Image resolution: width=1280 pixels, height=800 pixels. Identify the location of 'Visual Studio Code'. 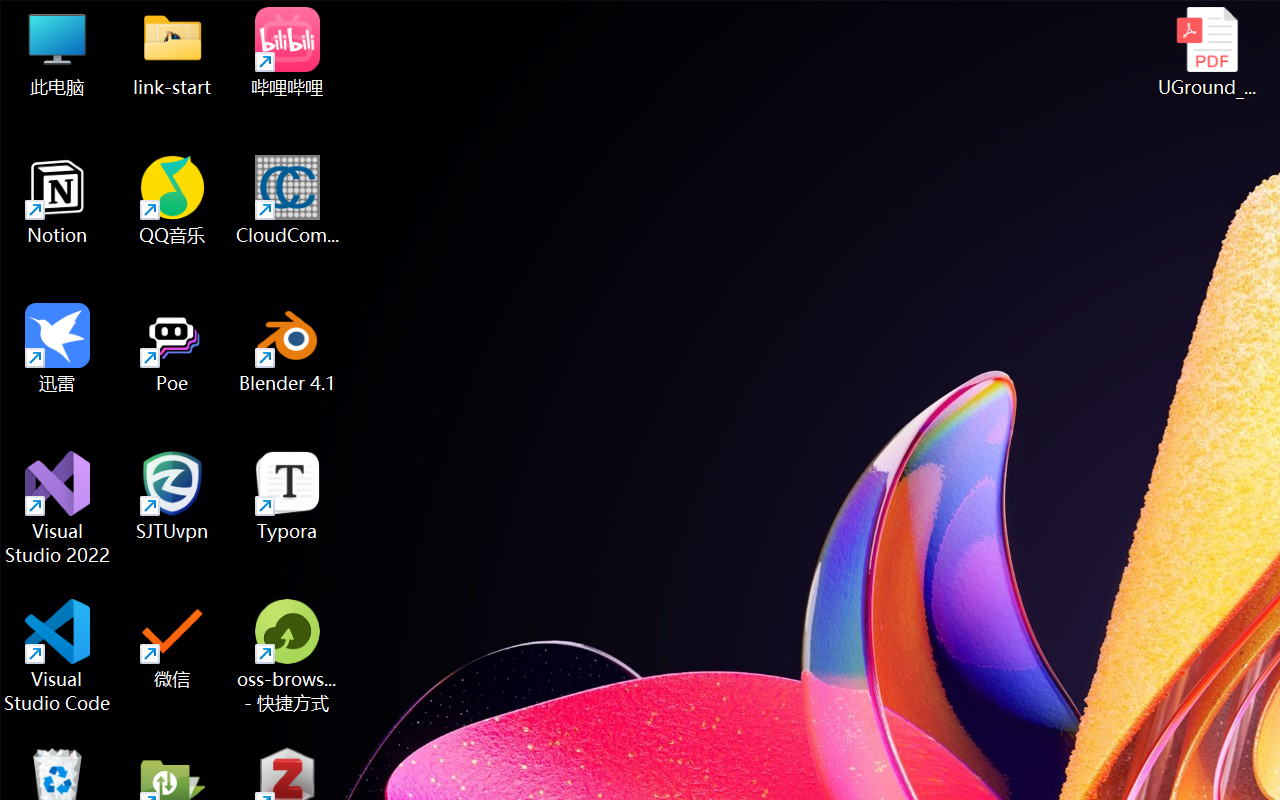
(57, 655).